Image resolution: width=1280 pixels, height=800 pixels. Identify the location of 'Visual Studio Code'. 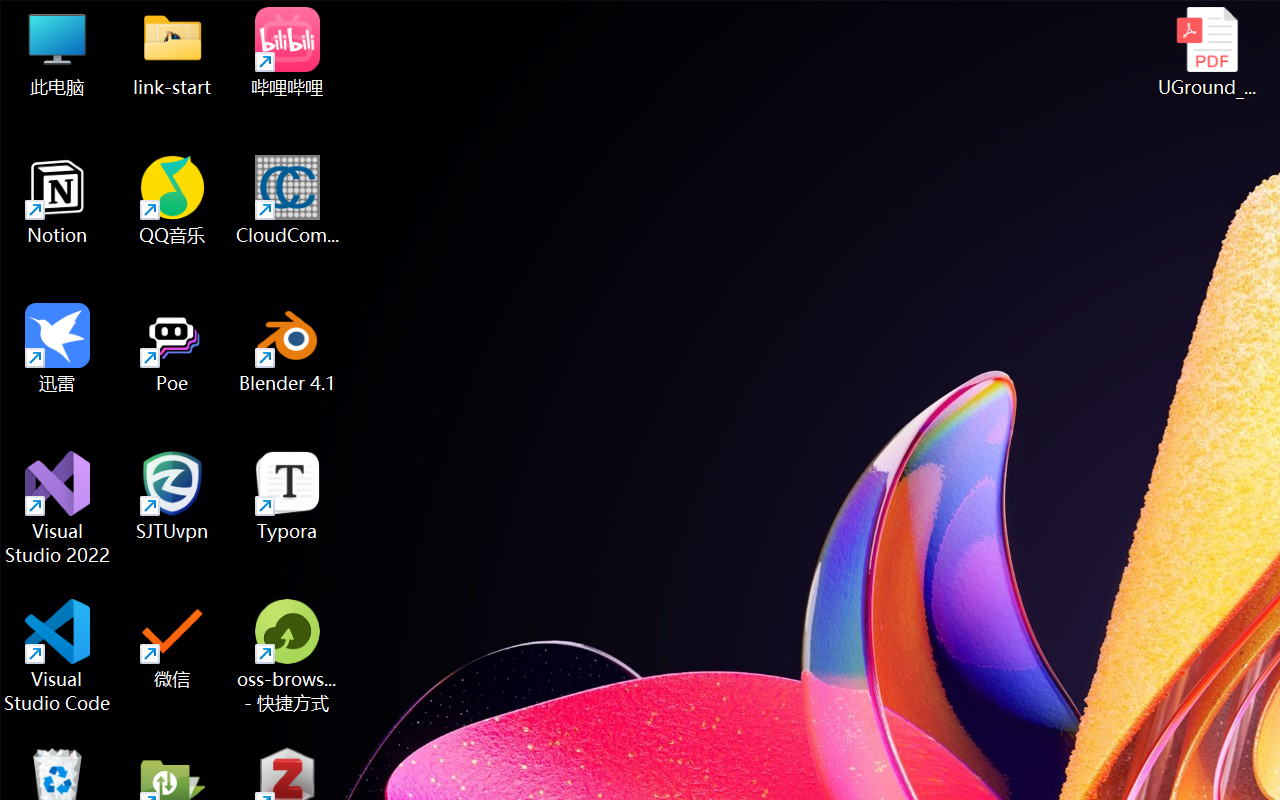
(57, 655).